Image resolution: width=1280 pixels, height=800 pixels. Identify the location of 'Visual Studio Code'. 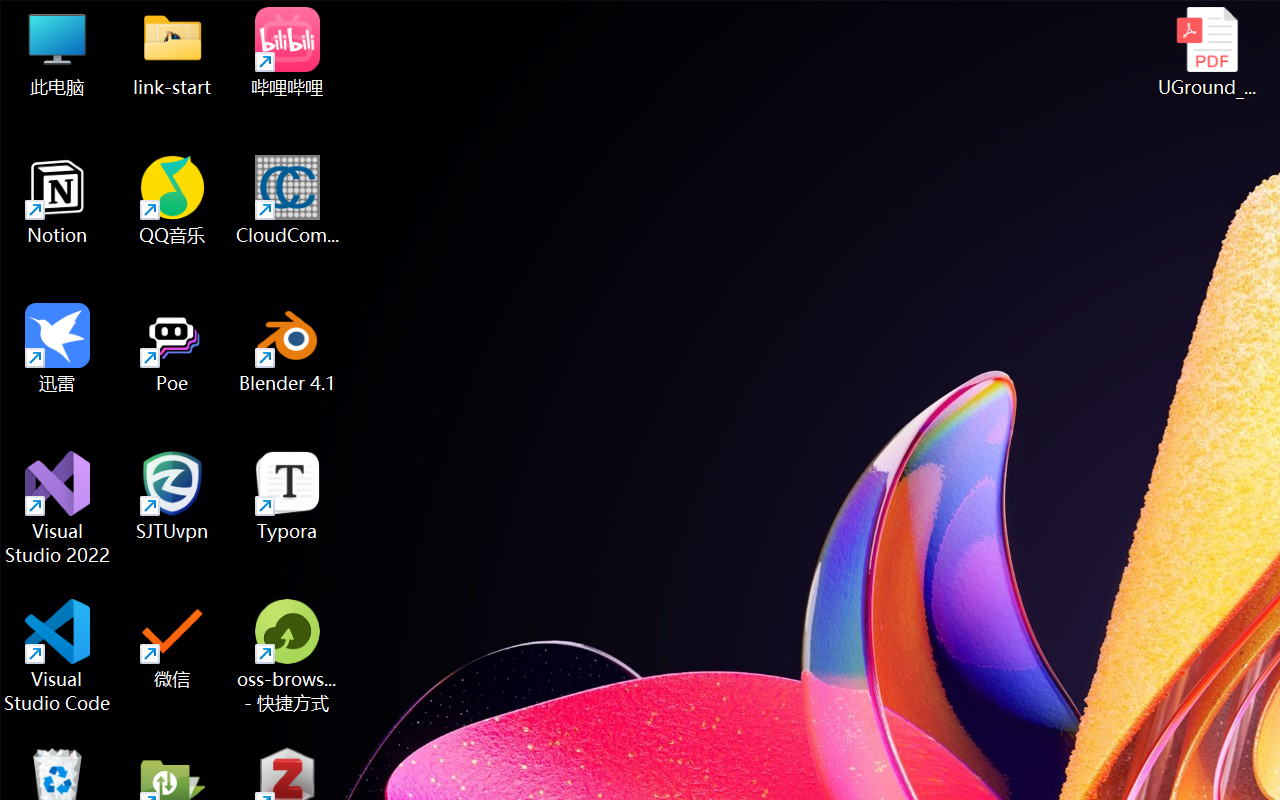
(57, 655).